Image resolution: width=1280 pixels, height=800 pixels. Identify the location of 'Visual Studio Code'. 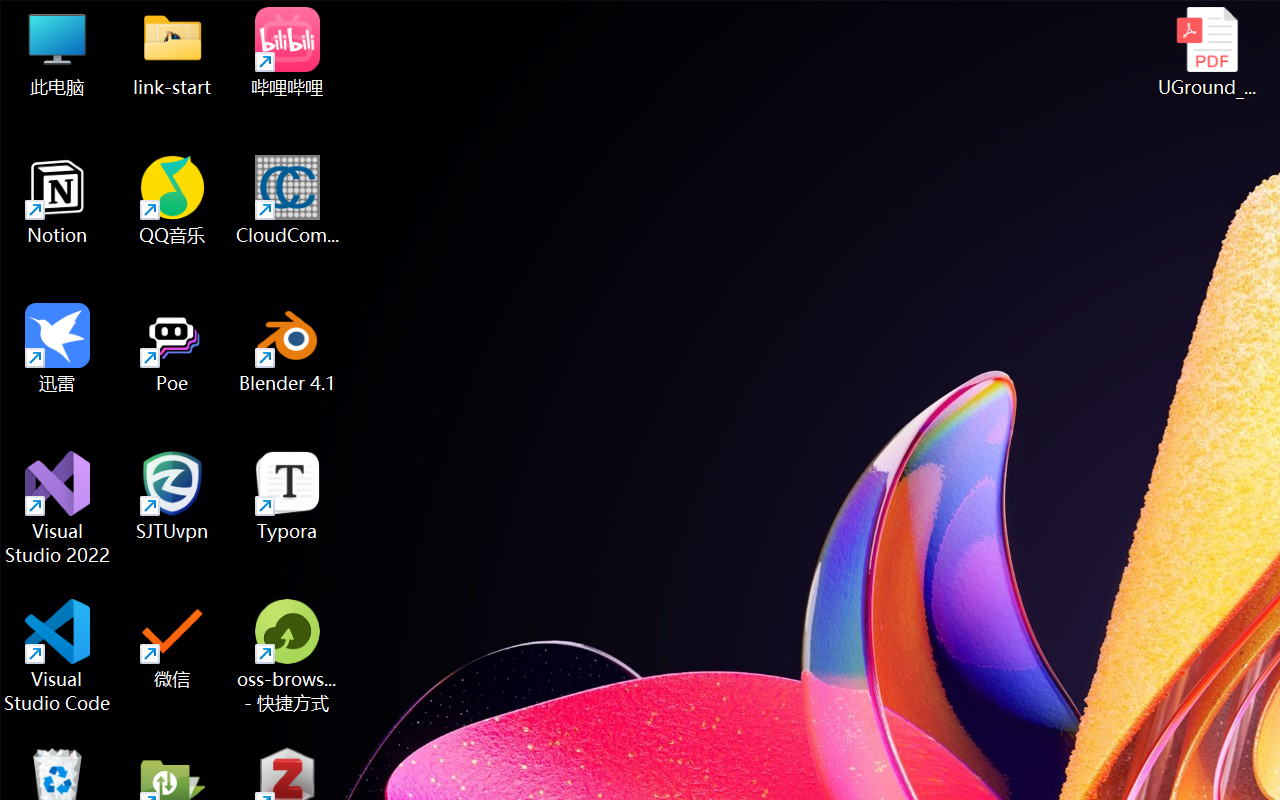
(57, 655).